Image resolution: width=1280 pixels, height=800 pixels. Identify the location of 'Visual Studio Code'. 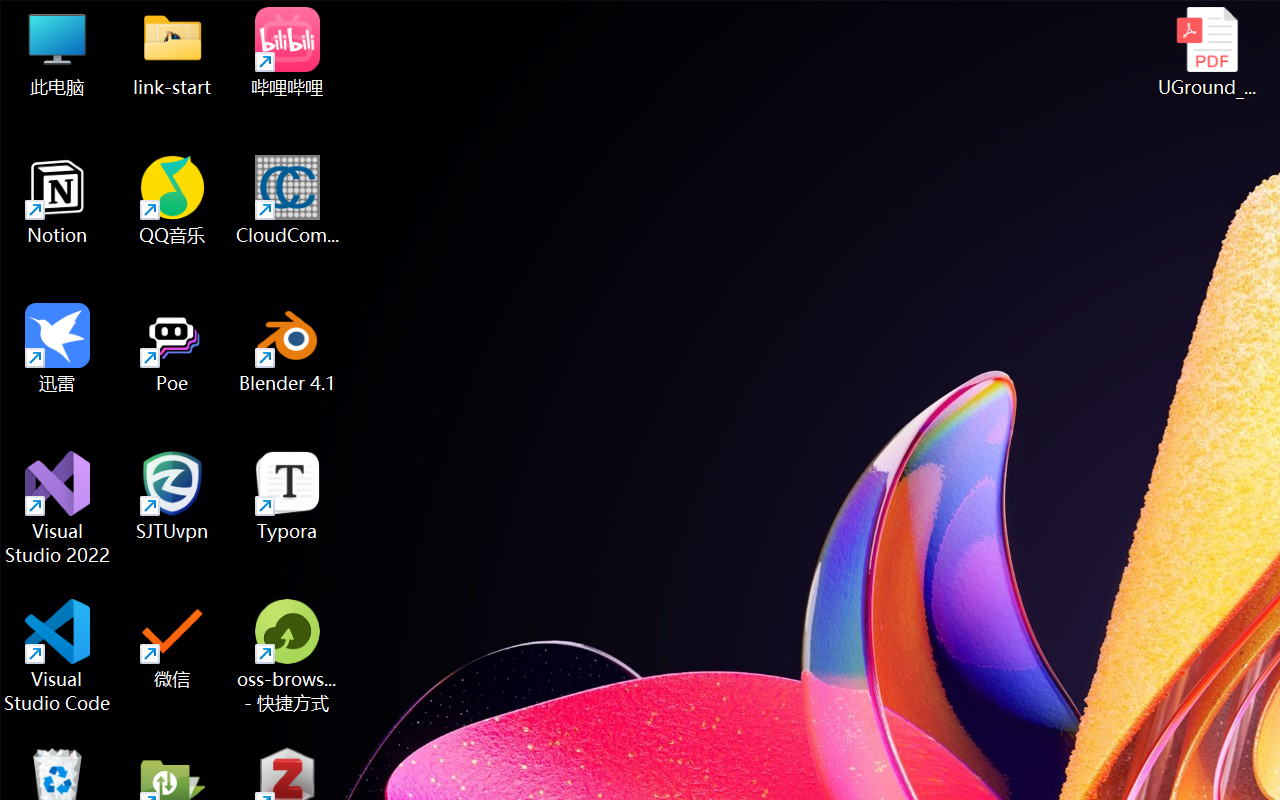
(57, 655).